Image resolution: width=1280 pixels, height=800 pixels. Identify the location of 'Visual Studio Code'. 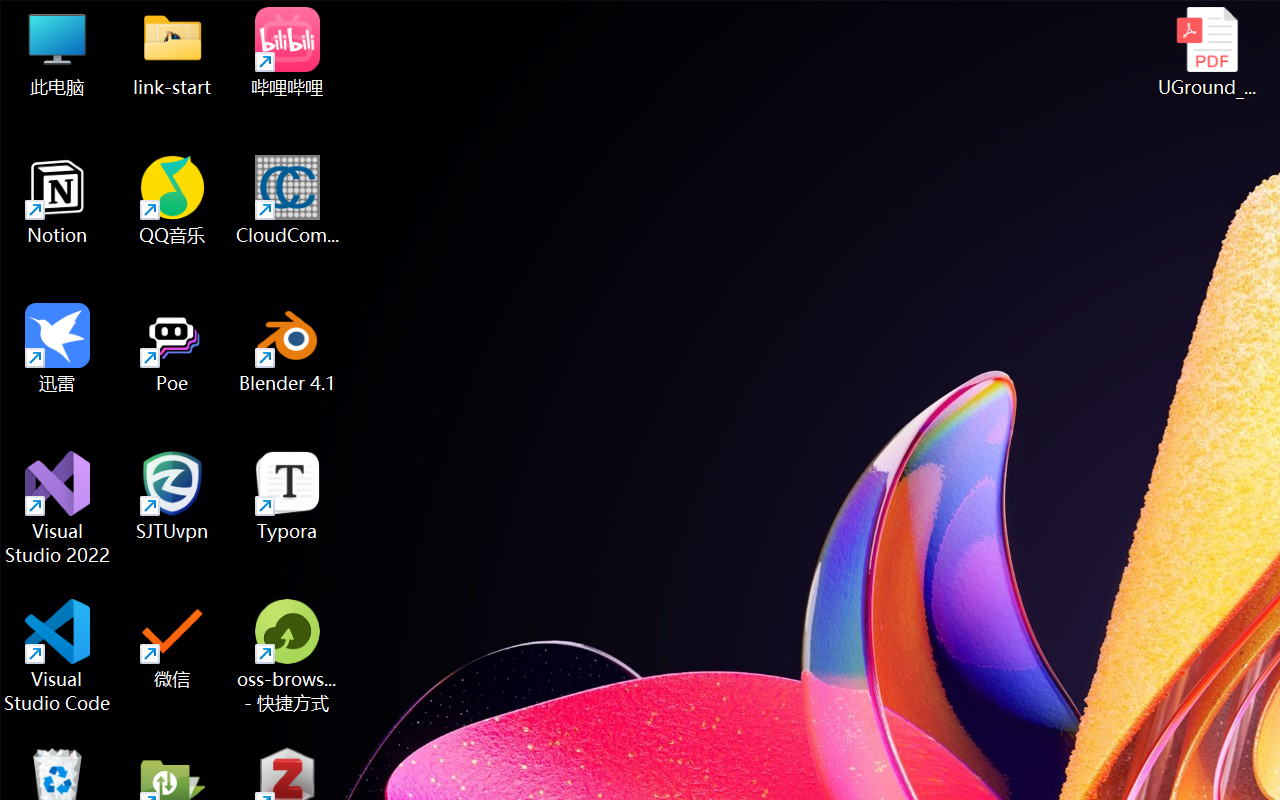
(57, 655).